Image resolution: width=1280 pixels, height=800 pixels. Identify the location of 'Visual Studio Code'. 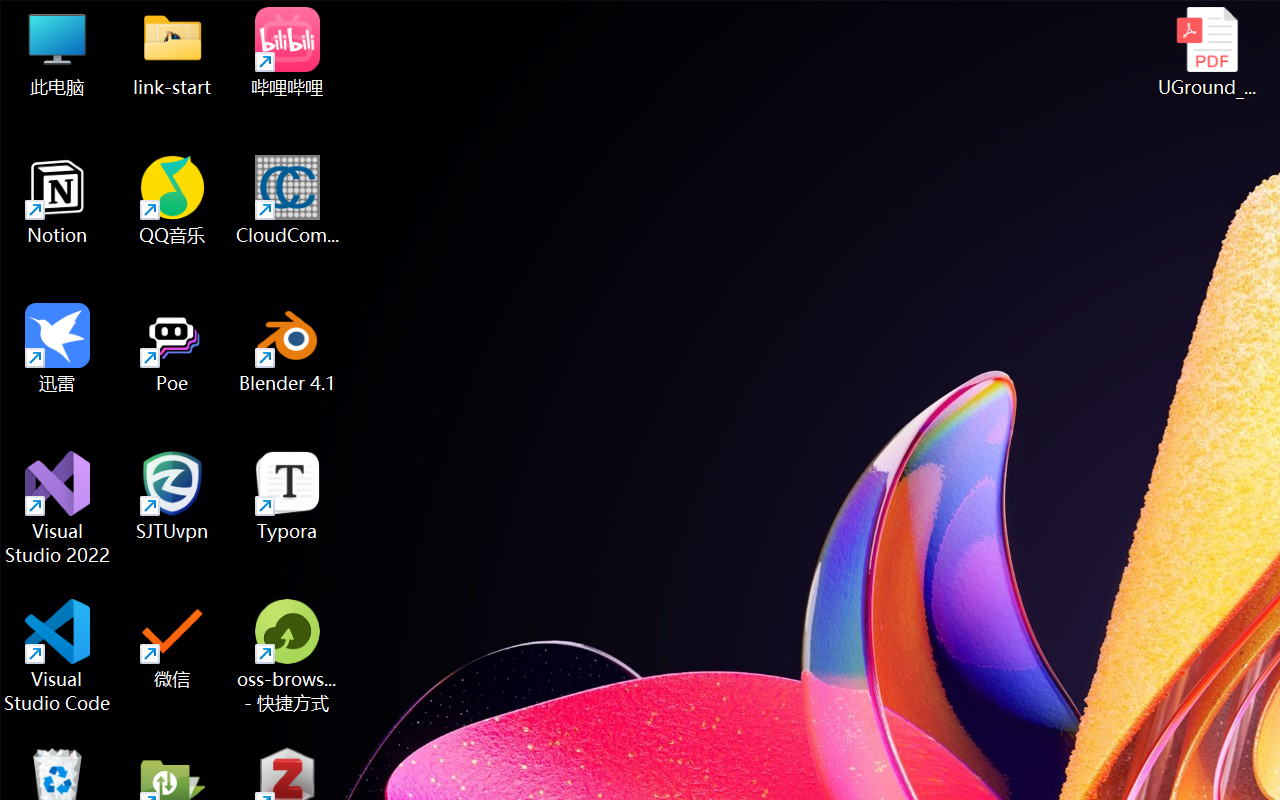
(57, 655).